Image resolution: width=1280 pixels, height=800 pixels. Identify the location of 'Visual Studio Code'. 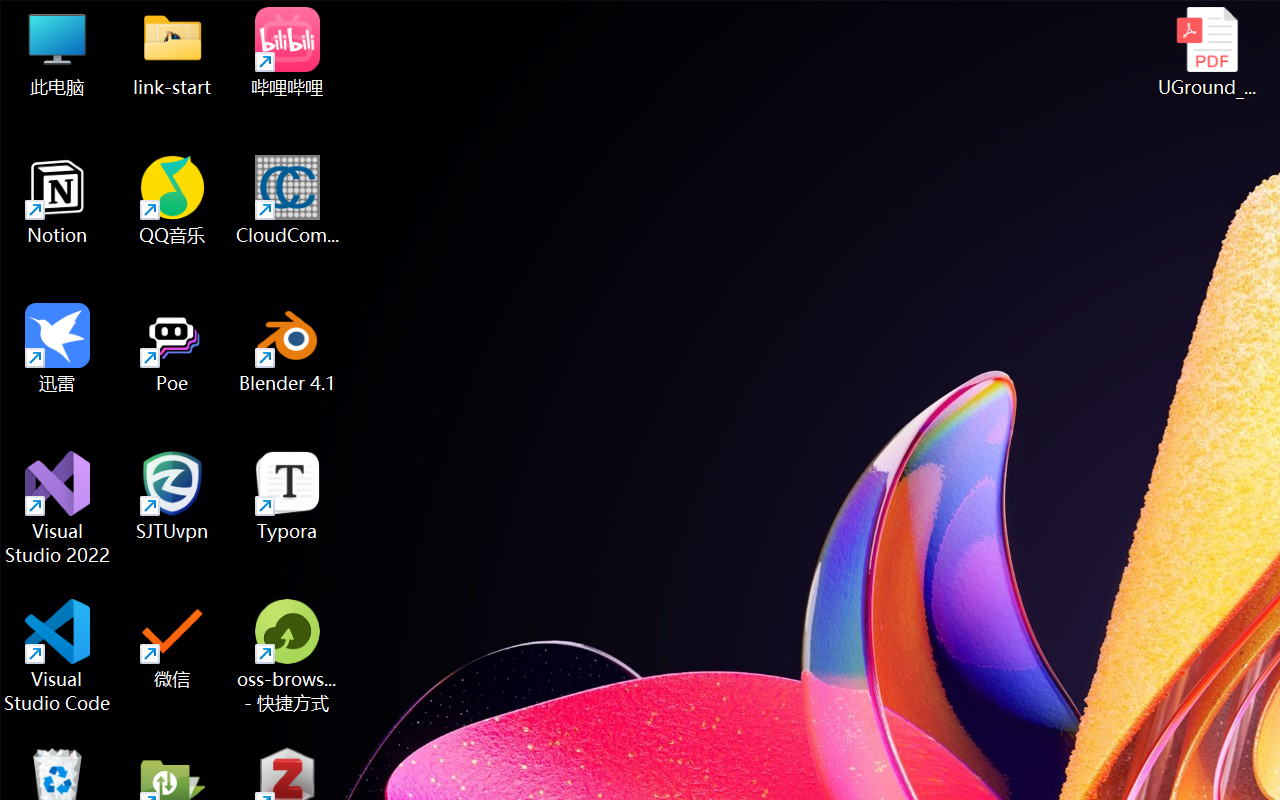
(57, 655).